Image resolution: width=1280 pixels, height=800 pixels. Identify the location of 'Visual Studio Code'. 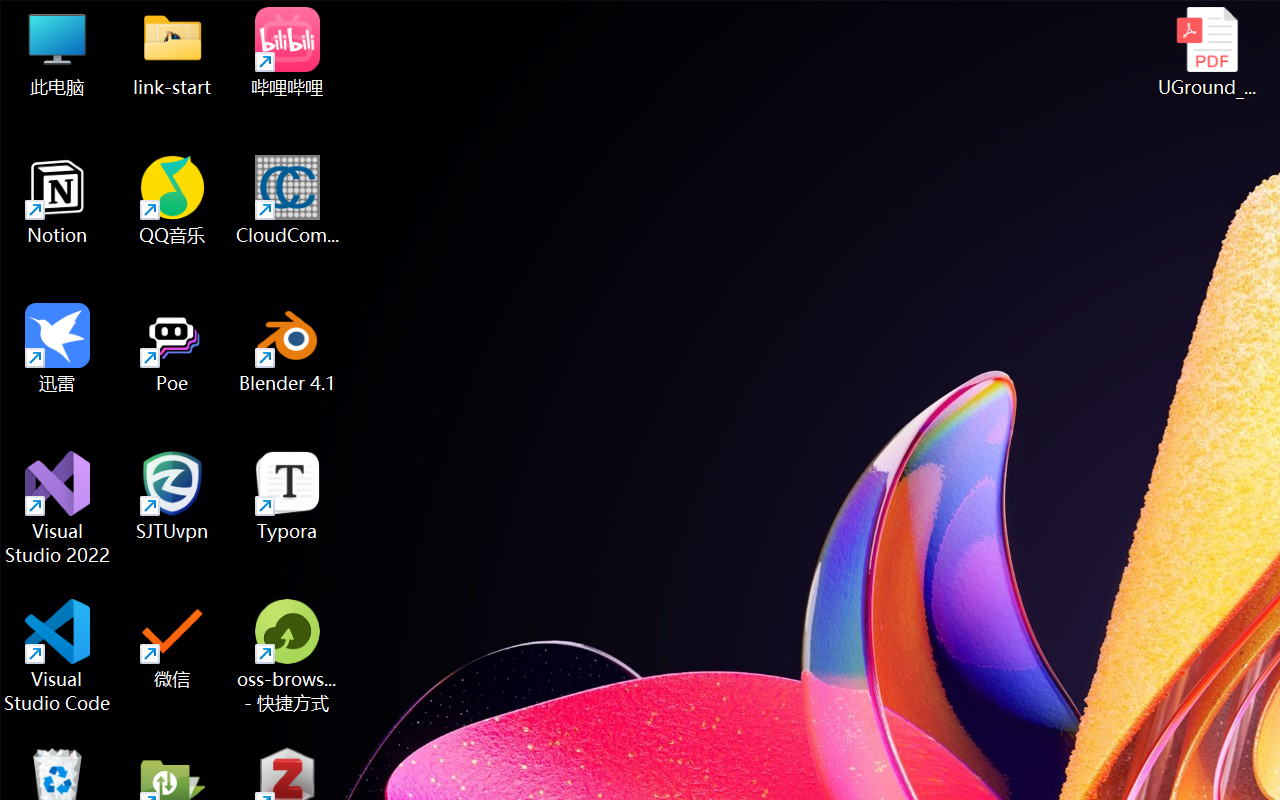
(57, 655).